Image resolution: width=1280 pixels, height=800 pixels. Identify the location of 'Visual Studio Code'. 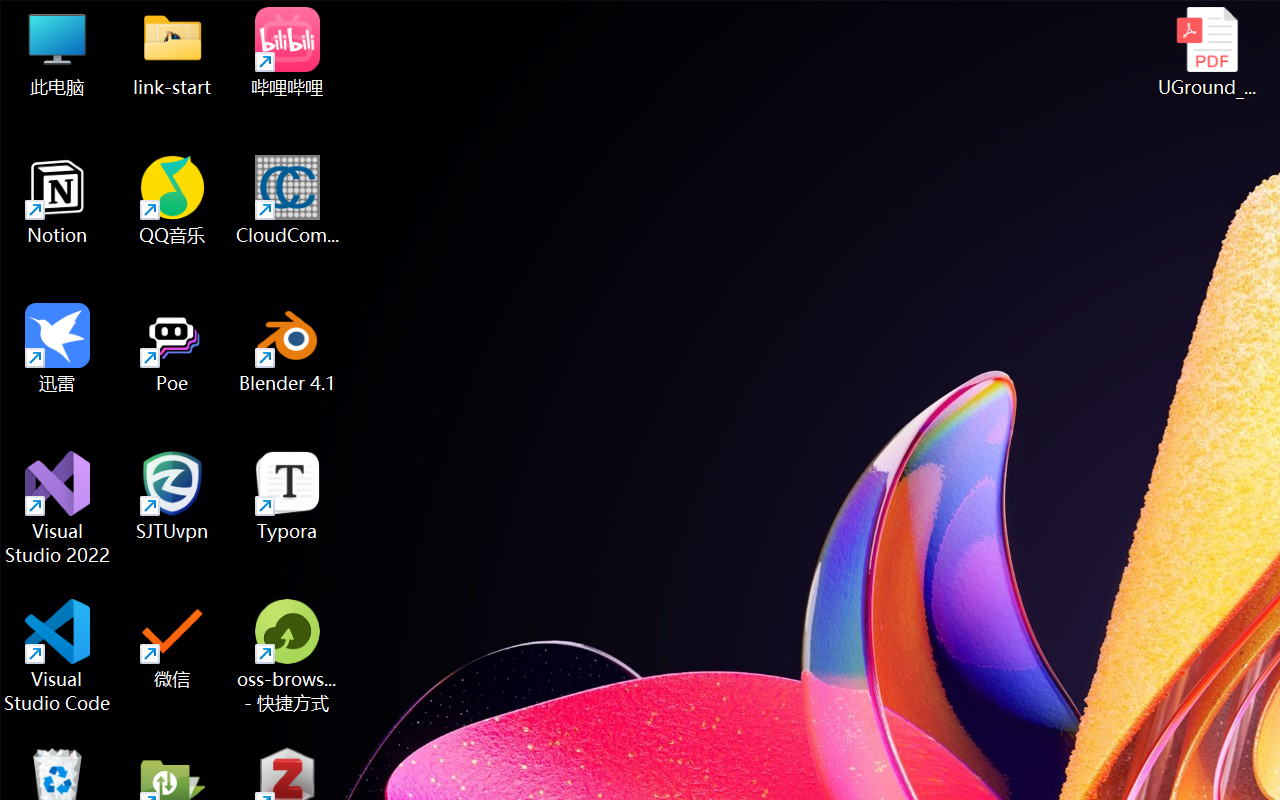
(57, 655).